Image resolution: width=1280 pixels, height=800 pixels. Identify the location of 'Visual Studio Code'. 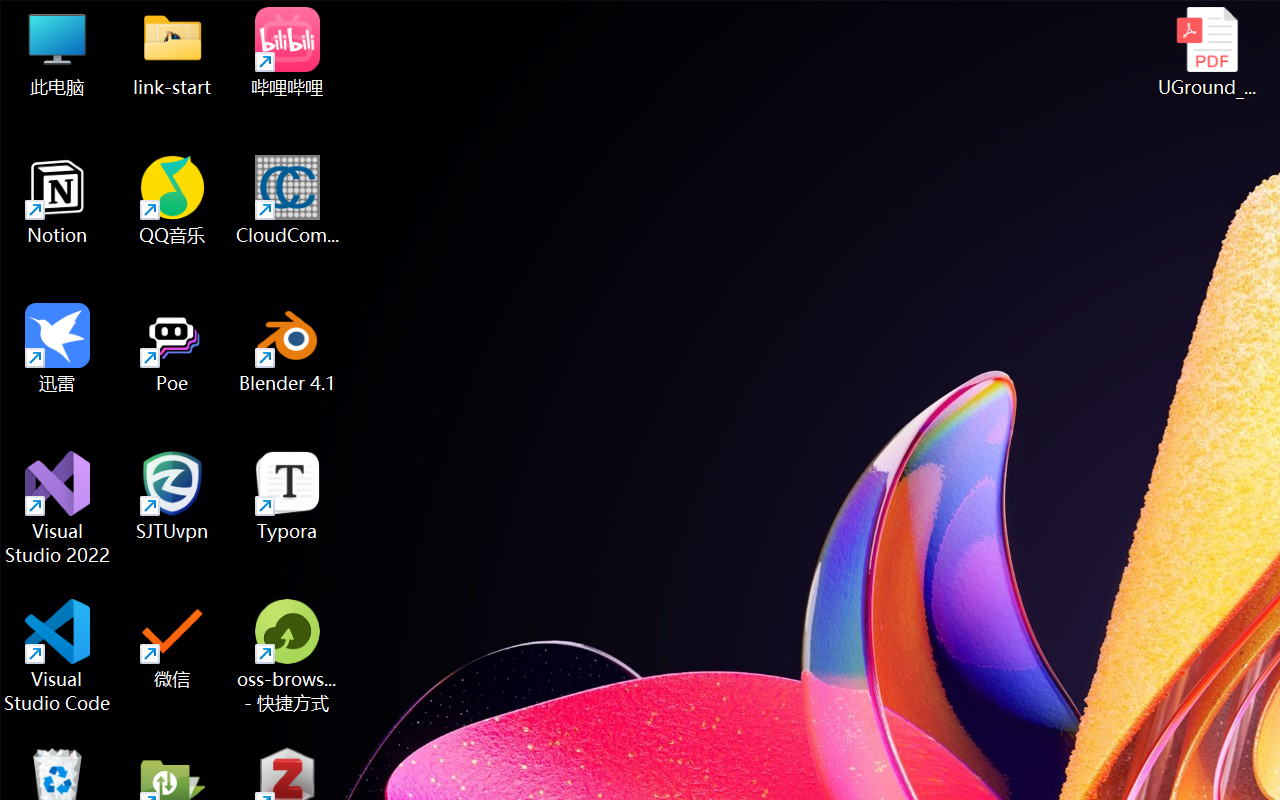
(57, 655).